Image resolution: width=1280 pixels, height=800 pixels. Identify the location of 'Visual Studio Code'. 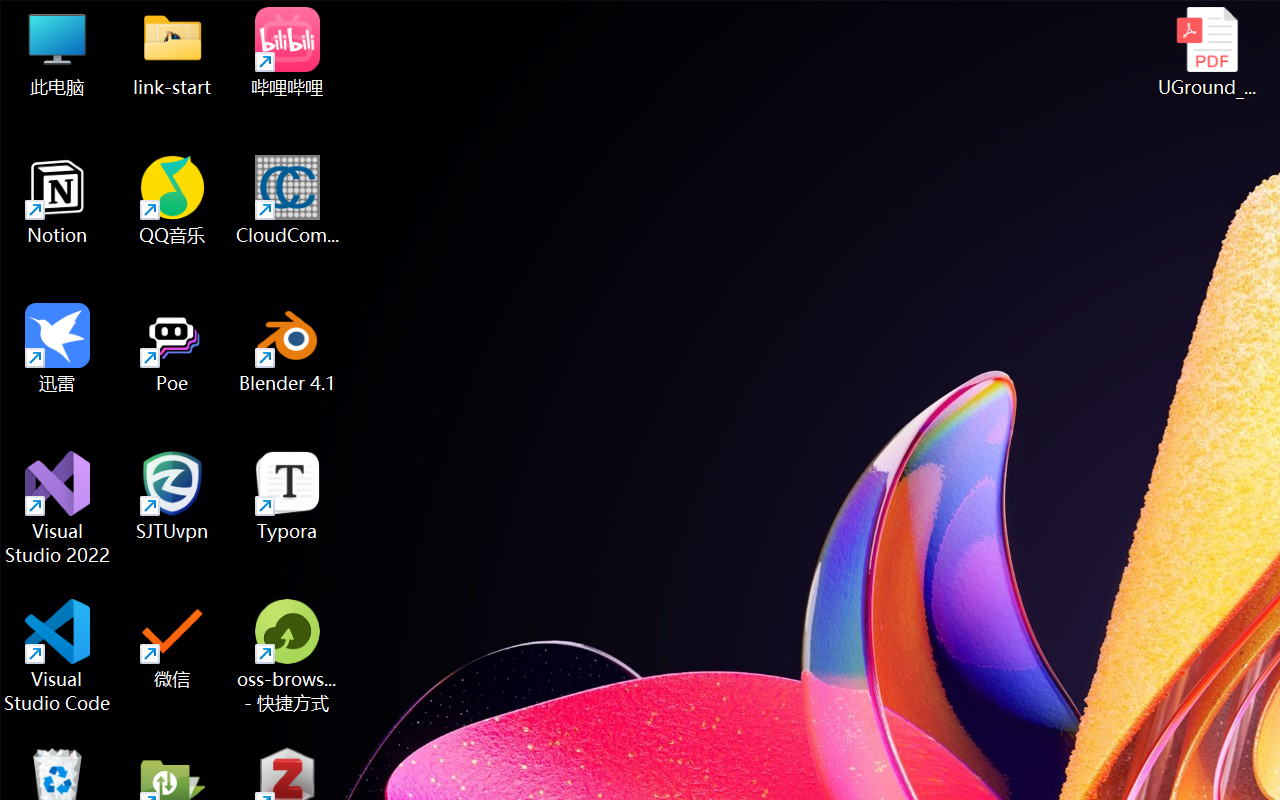
(57, 655).